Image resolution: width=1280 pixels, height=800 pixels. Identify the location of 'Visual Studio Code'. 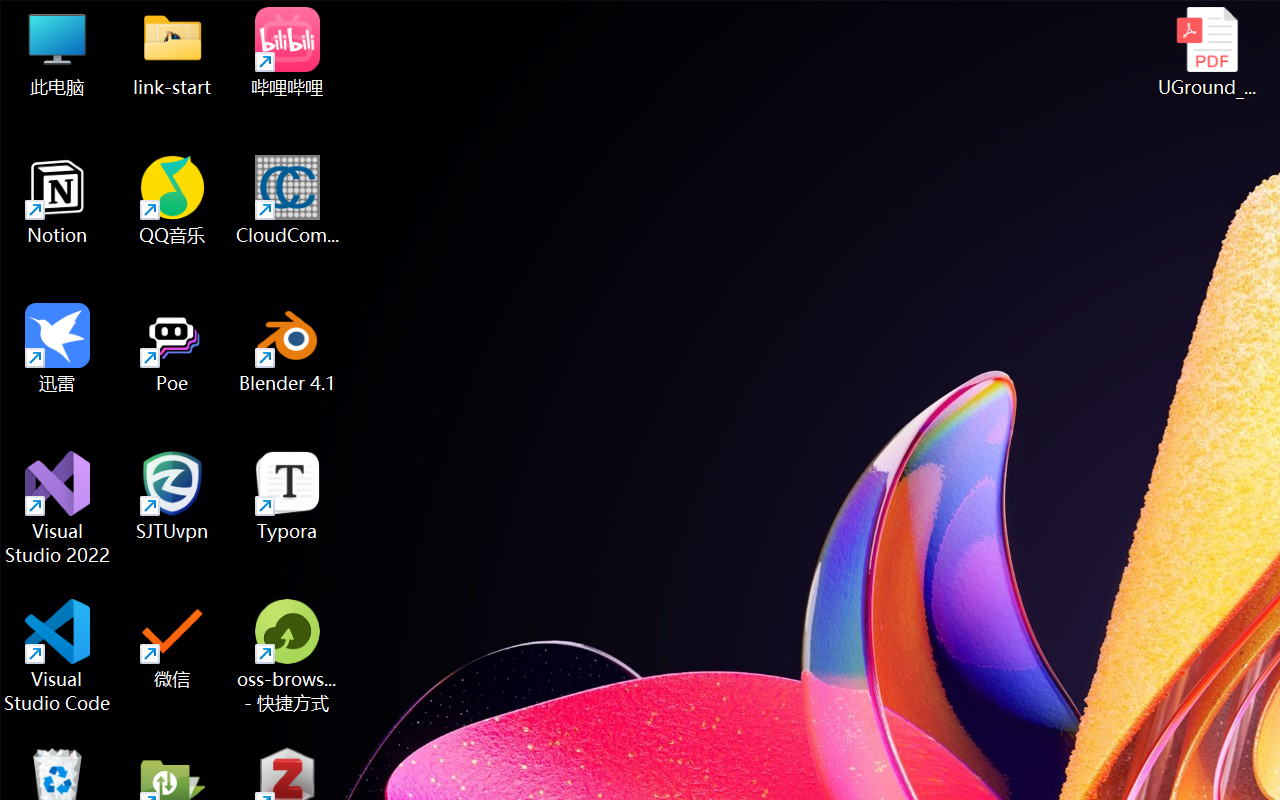
(57, 655).